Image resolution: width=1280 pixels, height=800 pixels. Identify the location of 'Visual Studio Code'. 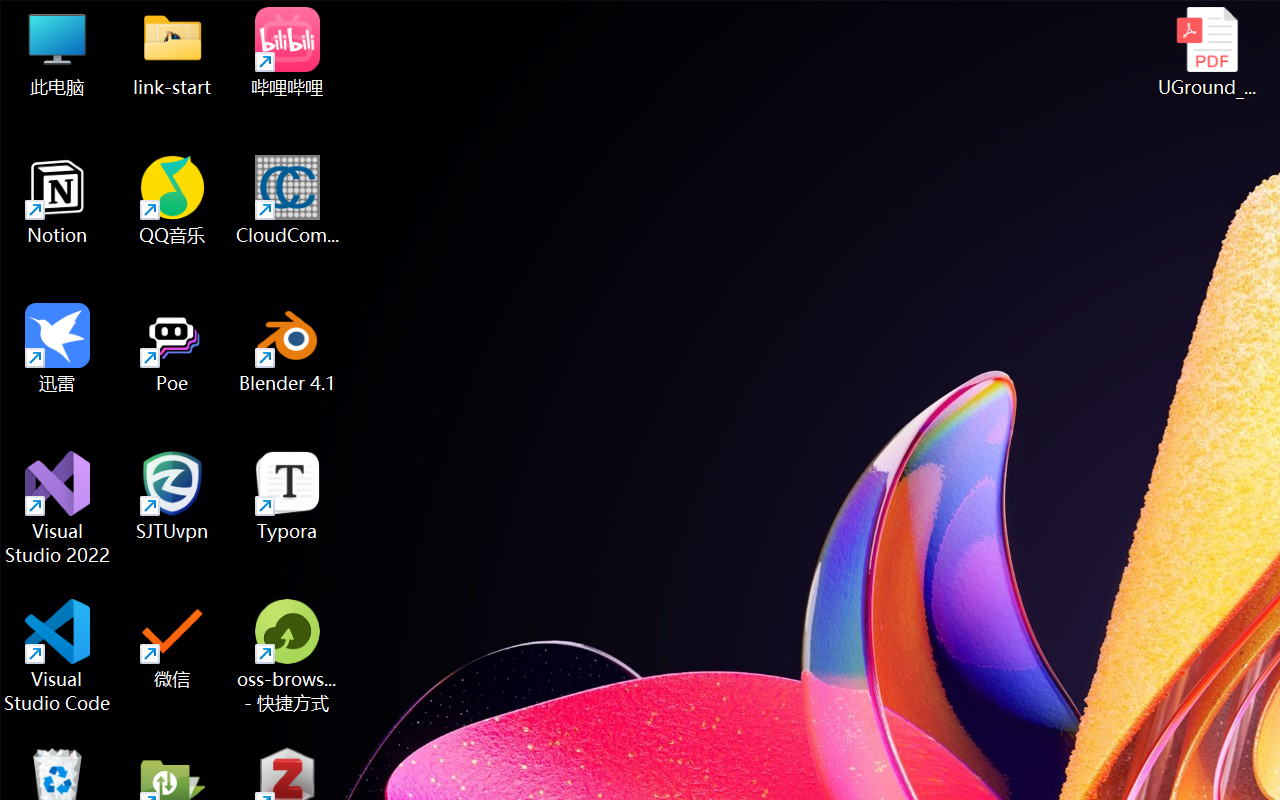
(57, 655).